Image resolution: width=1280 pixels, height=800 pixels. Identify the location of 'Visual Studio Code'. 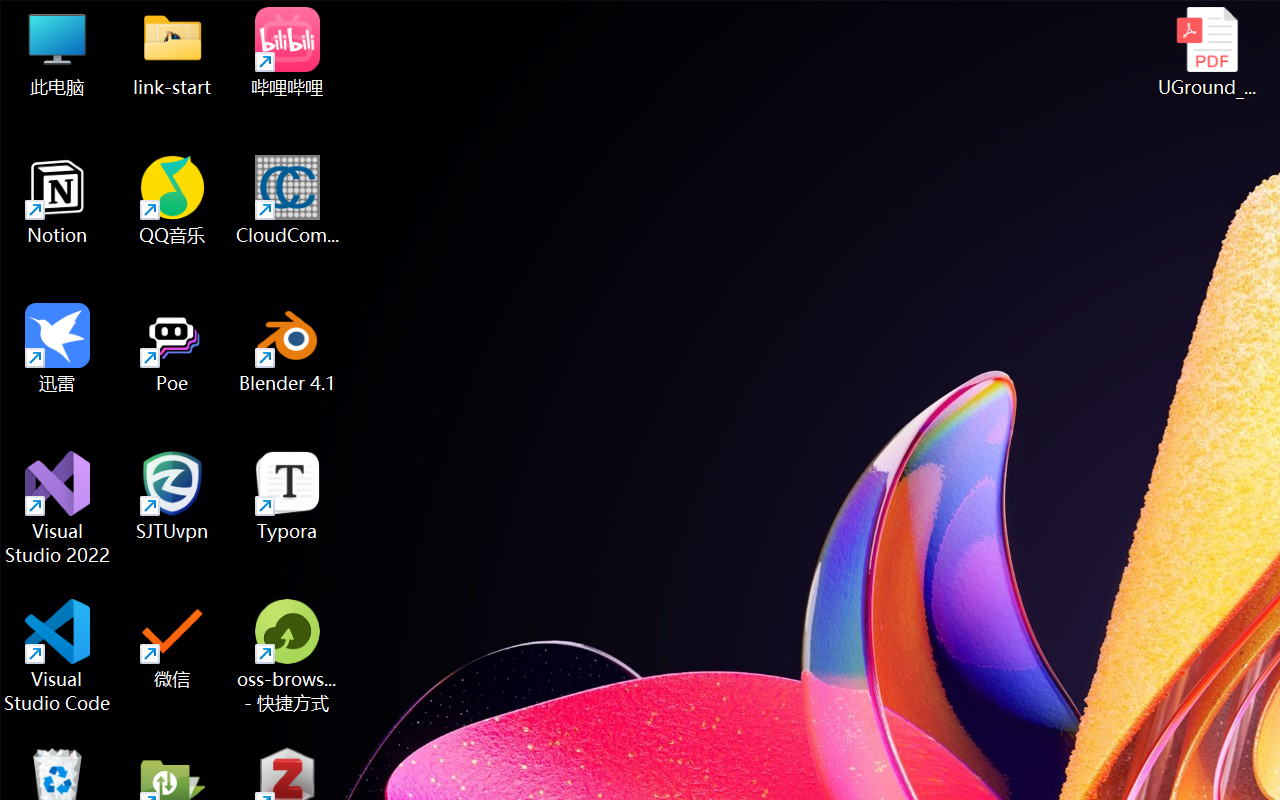
(57, 655).